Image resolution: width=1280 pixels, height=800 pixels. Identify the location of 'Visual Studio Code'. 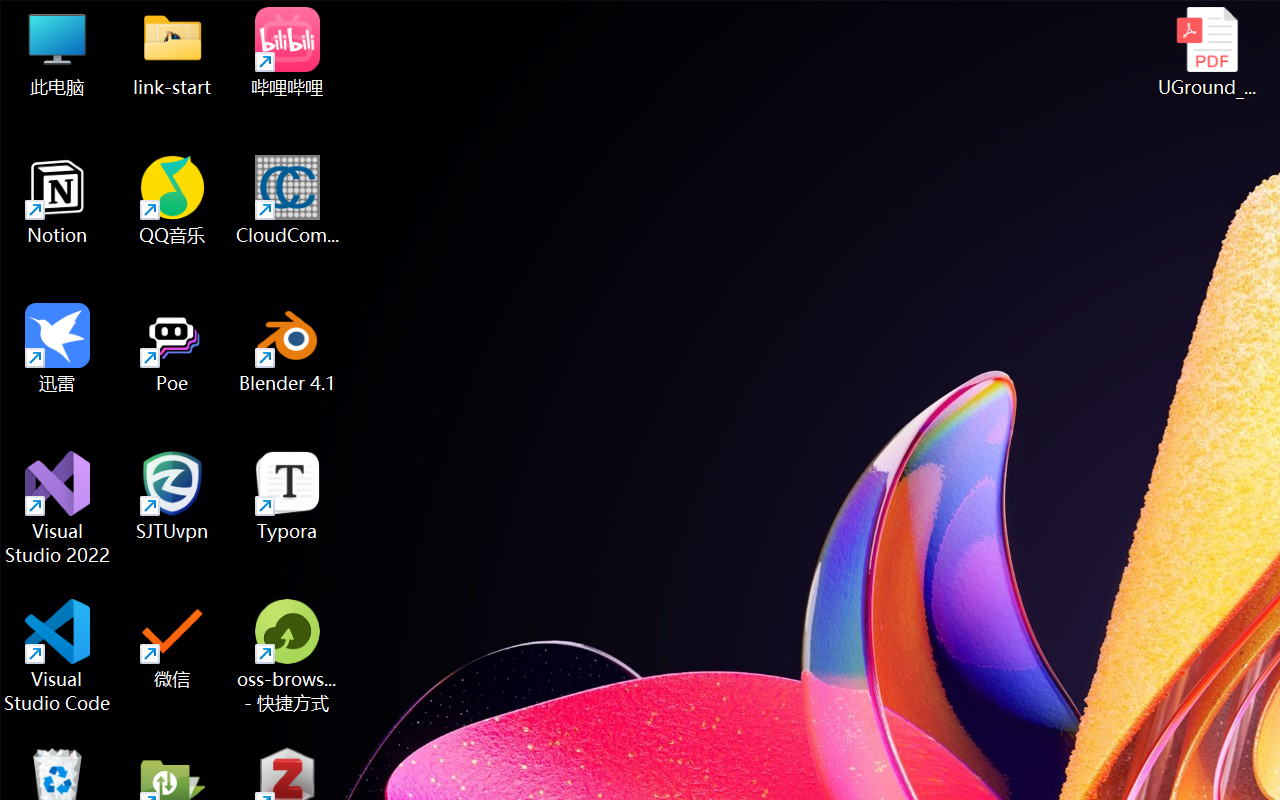
(57, 655).